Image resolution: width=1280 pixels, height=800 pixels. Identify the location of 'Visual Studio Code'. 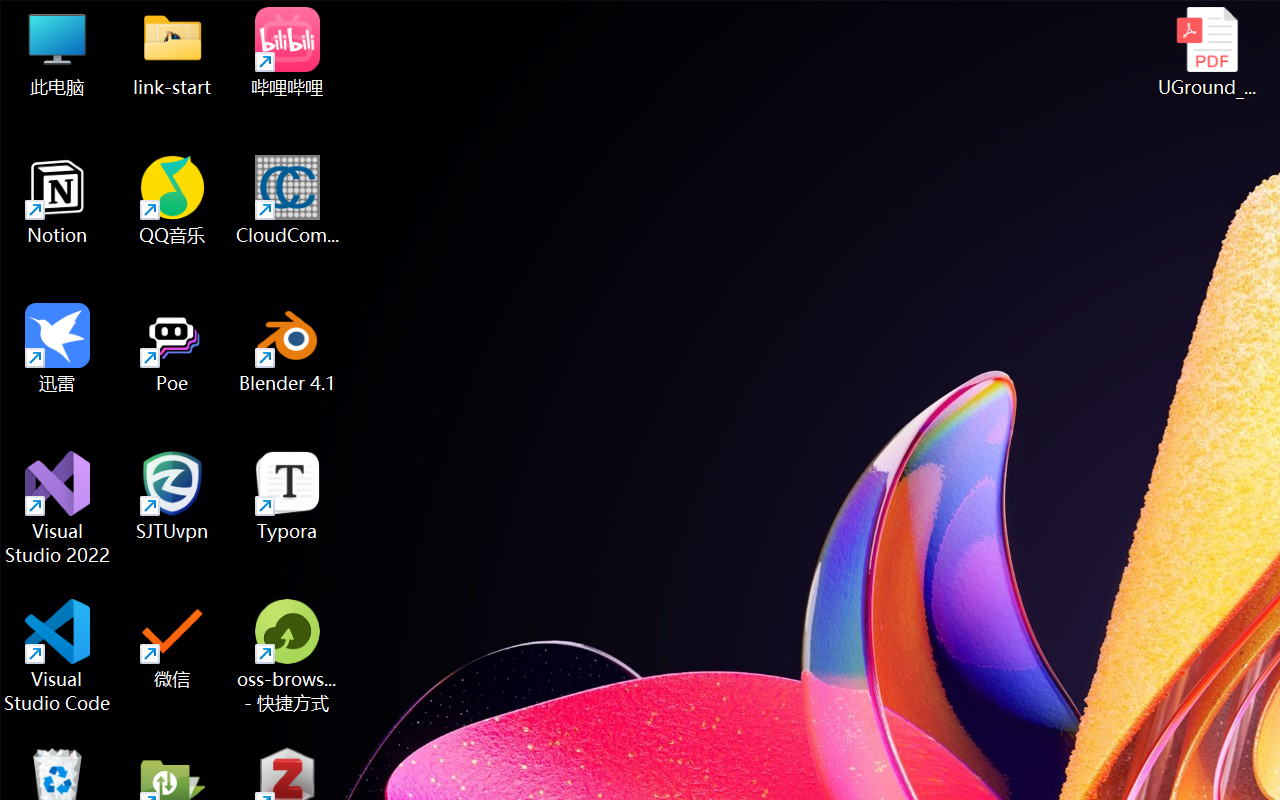
(57, 655).